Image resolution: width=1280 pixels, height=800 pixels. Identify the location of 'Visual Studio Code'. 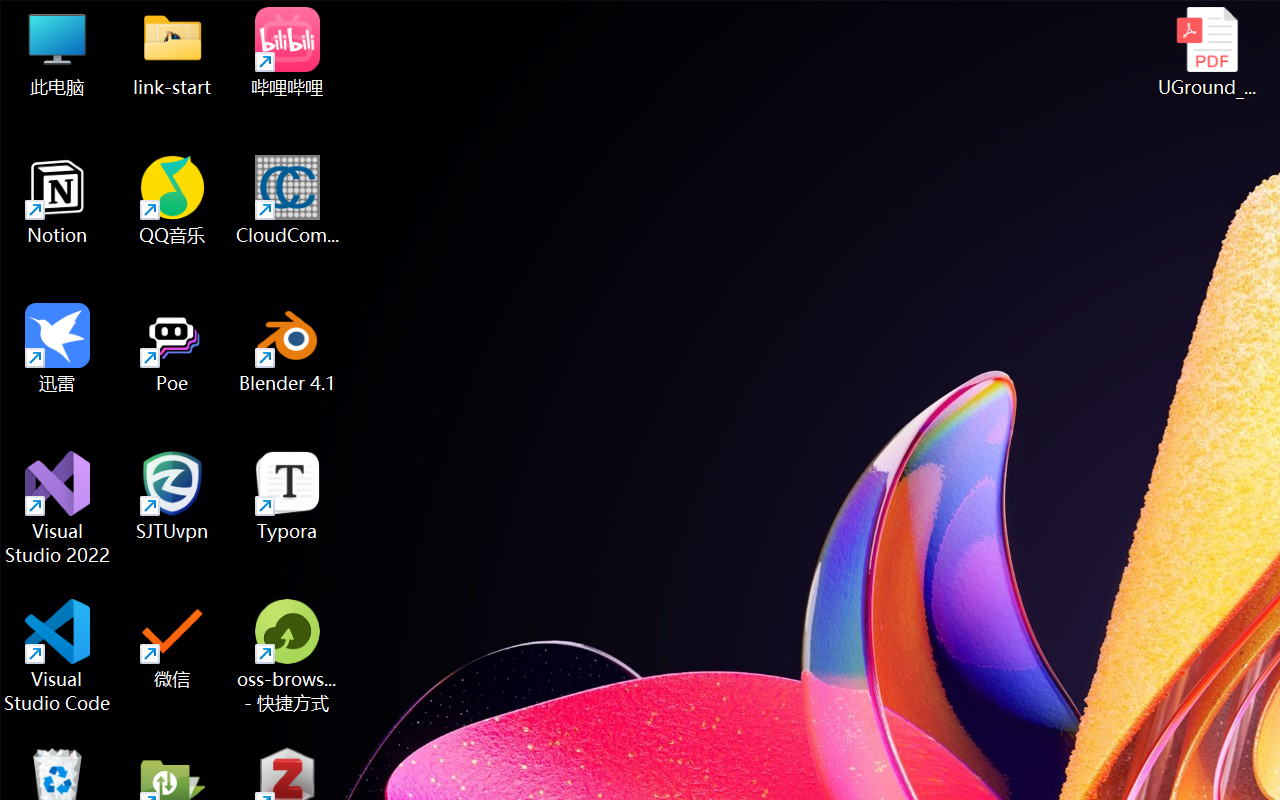
(57, 655).